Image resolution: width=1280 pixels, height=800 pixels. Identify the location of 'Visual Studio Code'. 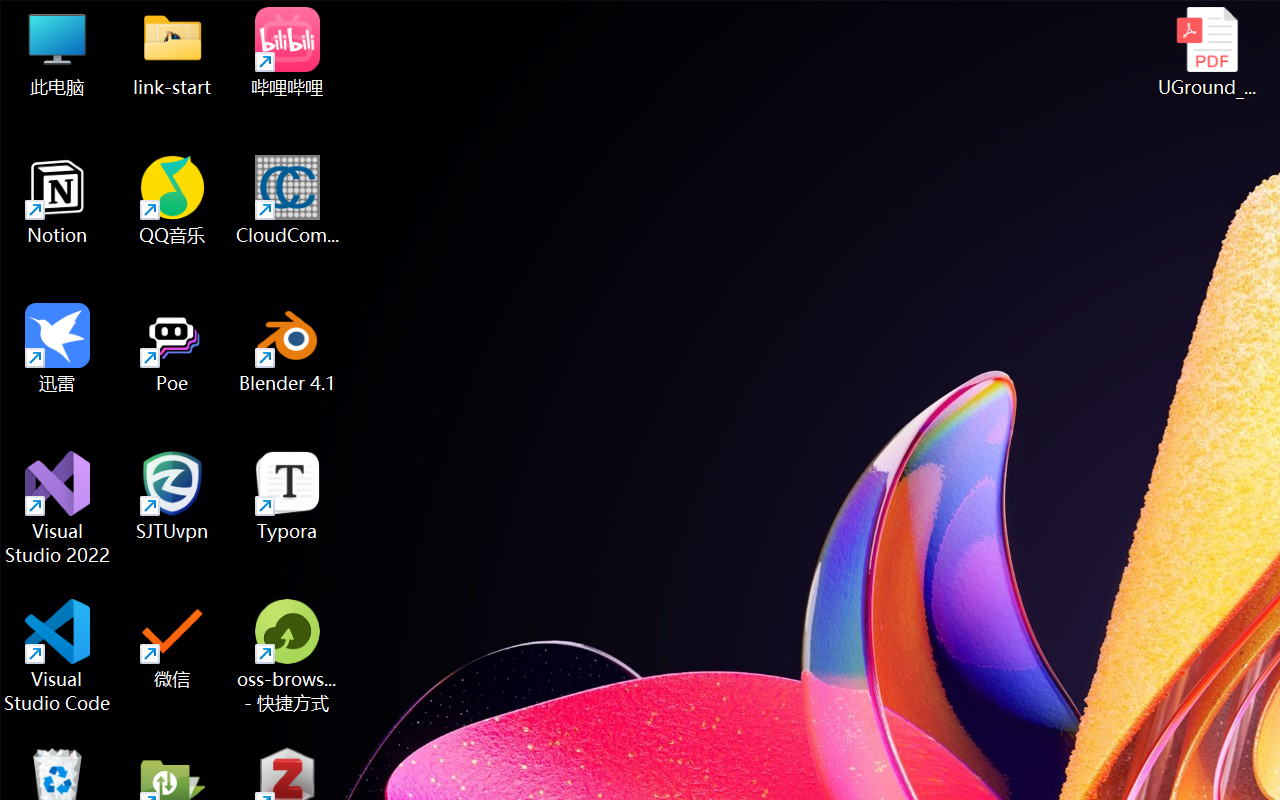
(57, 655).